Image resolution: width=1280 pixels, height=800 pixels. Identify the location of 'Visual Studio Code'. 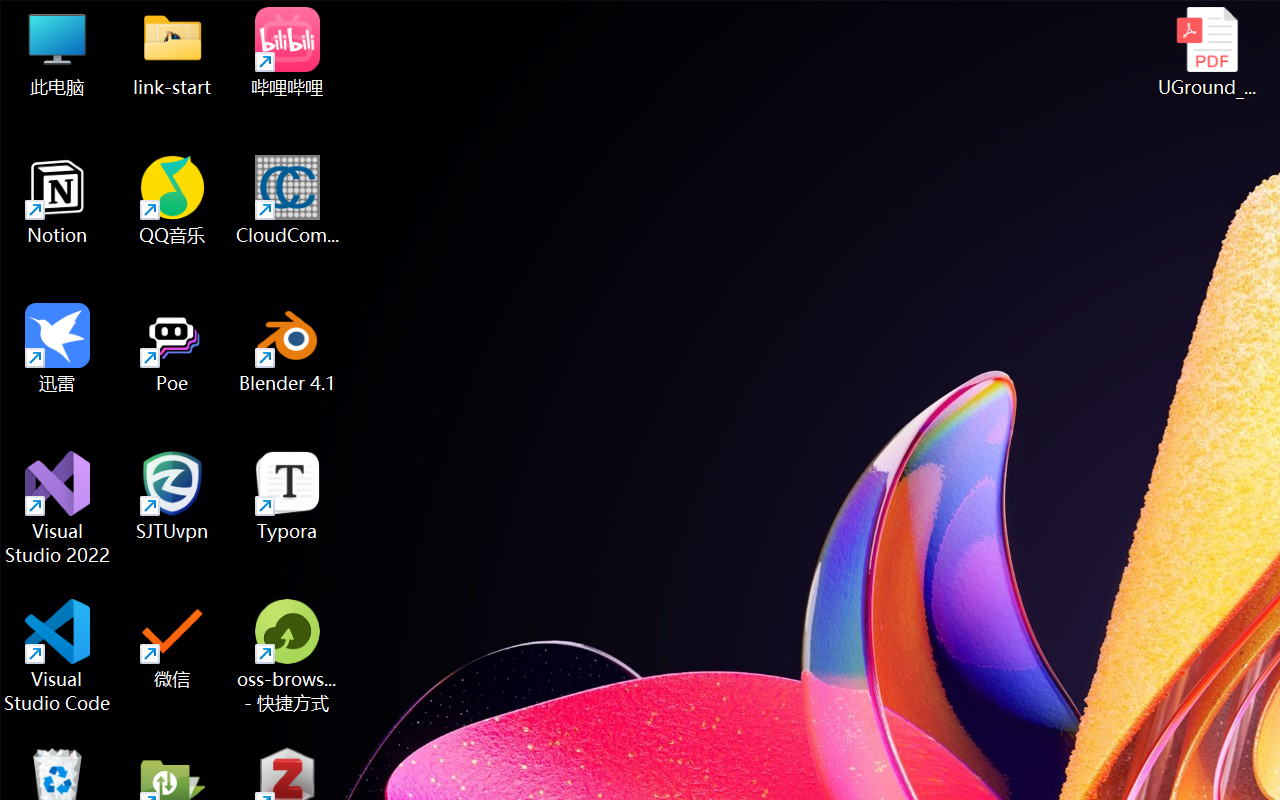
(57, 655).